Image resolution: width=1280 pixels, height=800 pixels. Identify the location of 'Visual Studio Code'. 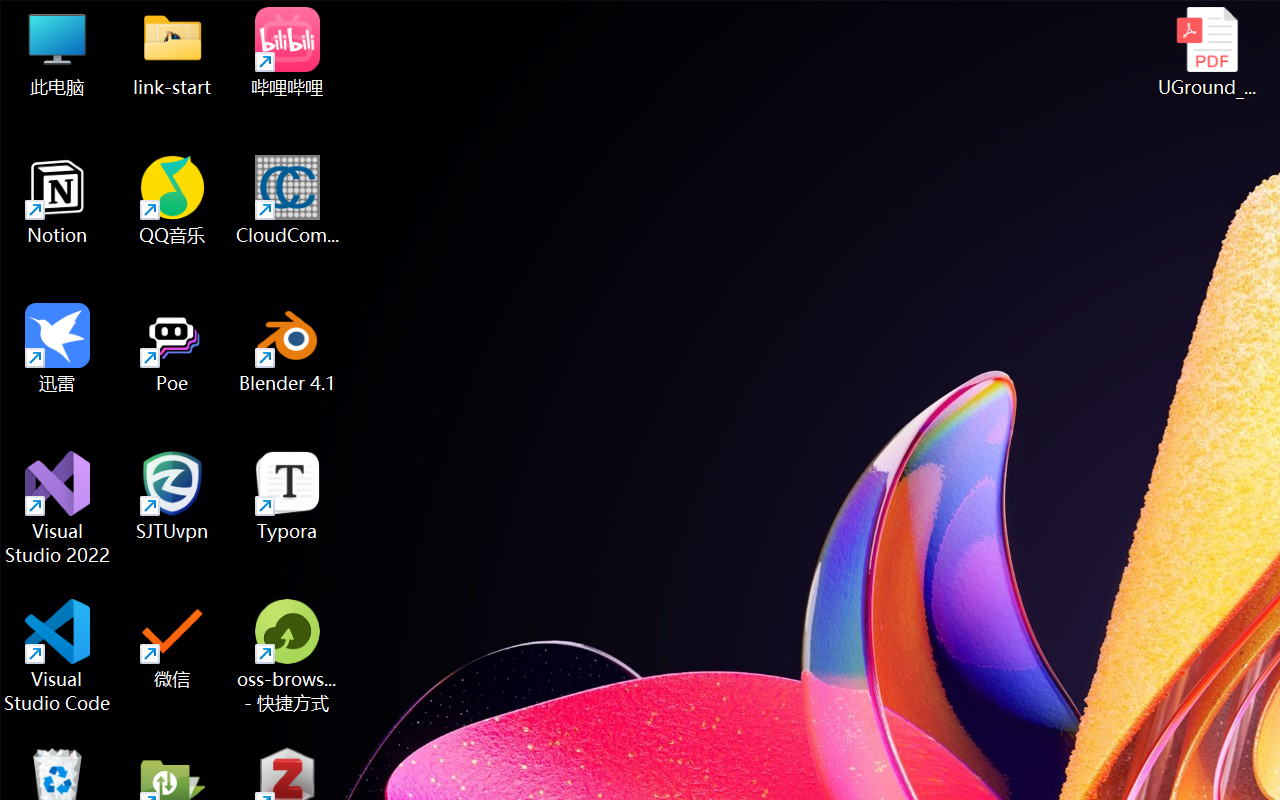
(57, 655).